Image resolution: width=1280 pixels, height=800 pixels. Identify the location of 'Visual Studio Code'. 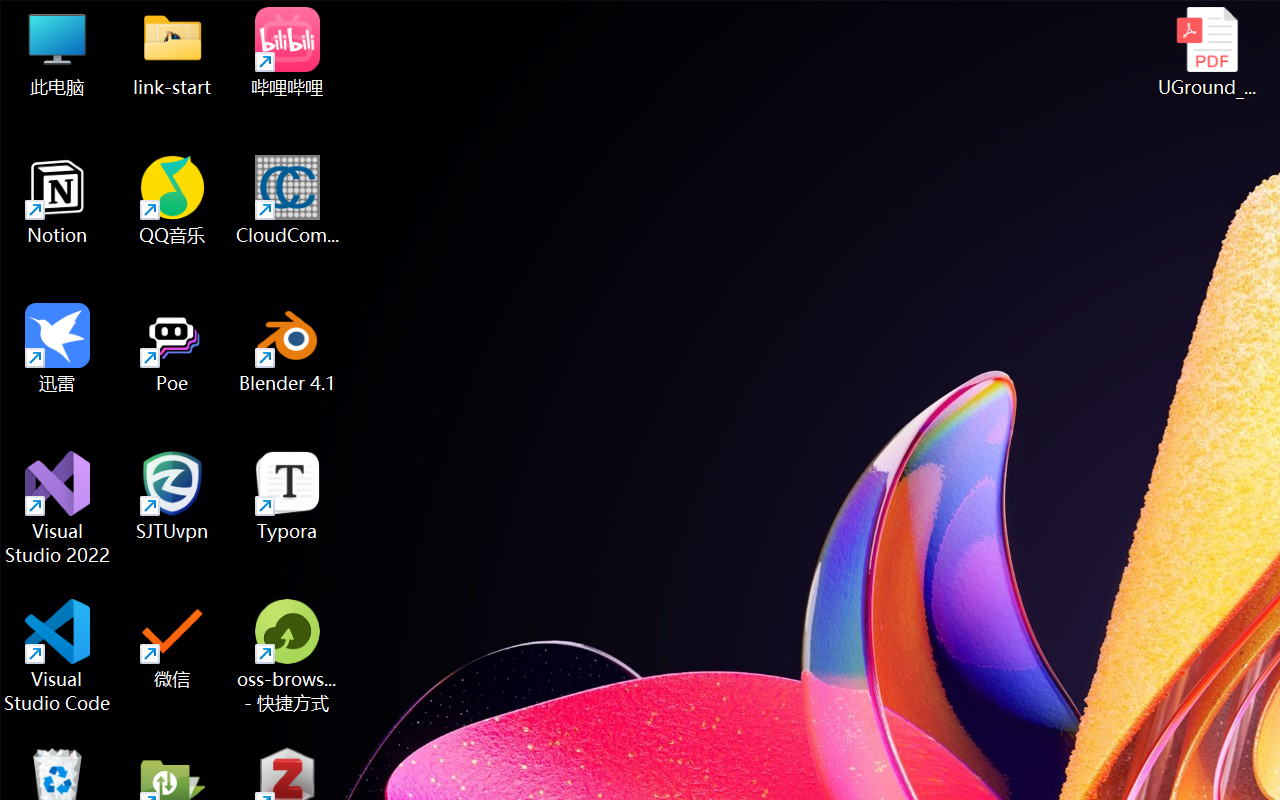
(57, 655).